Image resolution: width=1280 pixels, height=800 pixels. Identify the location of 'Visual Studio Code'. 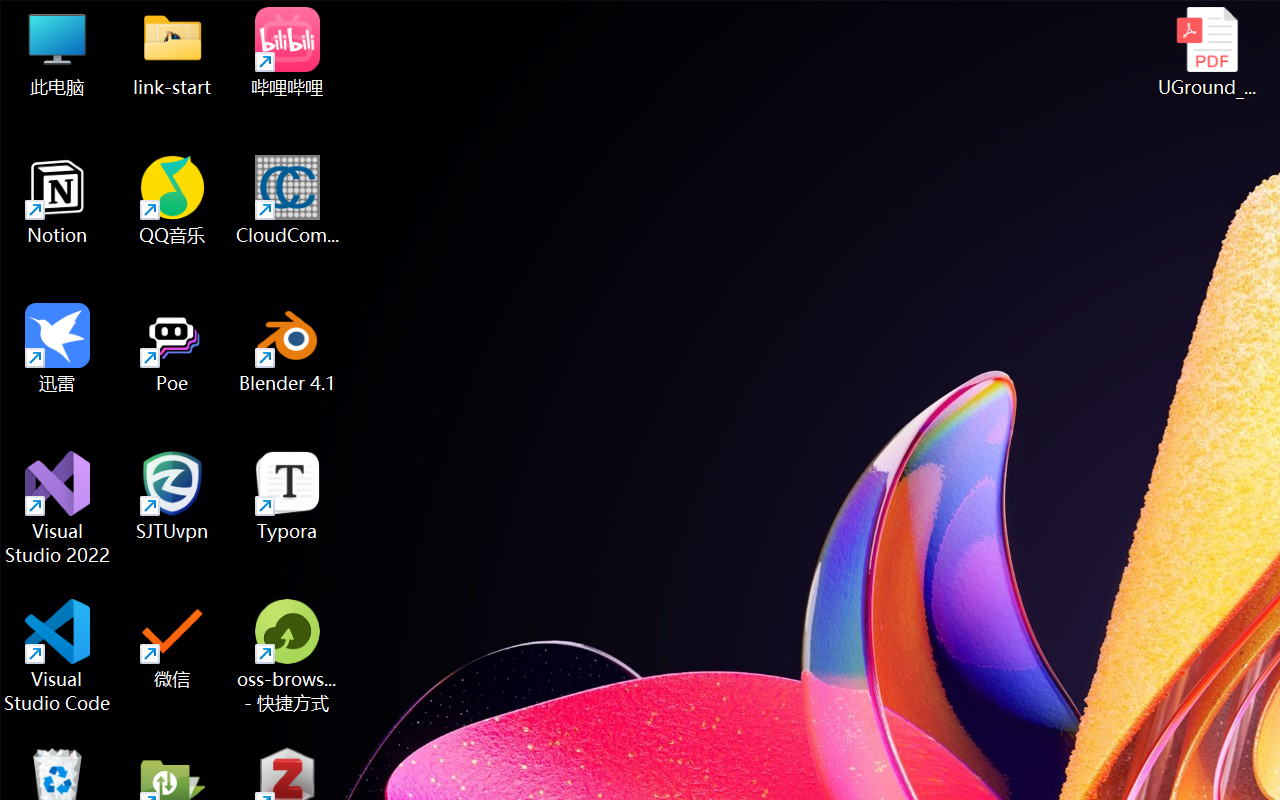
(57, 655).